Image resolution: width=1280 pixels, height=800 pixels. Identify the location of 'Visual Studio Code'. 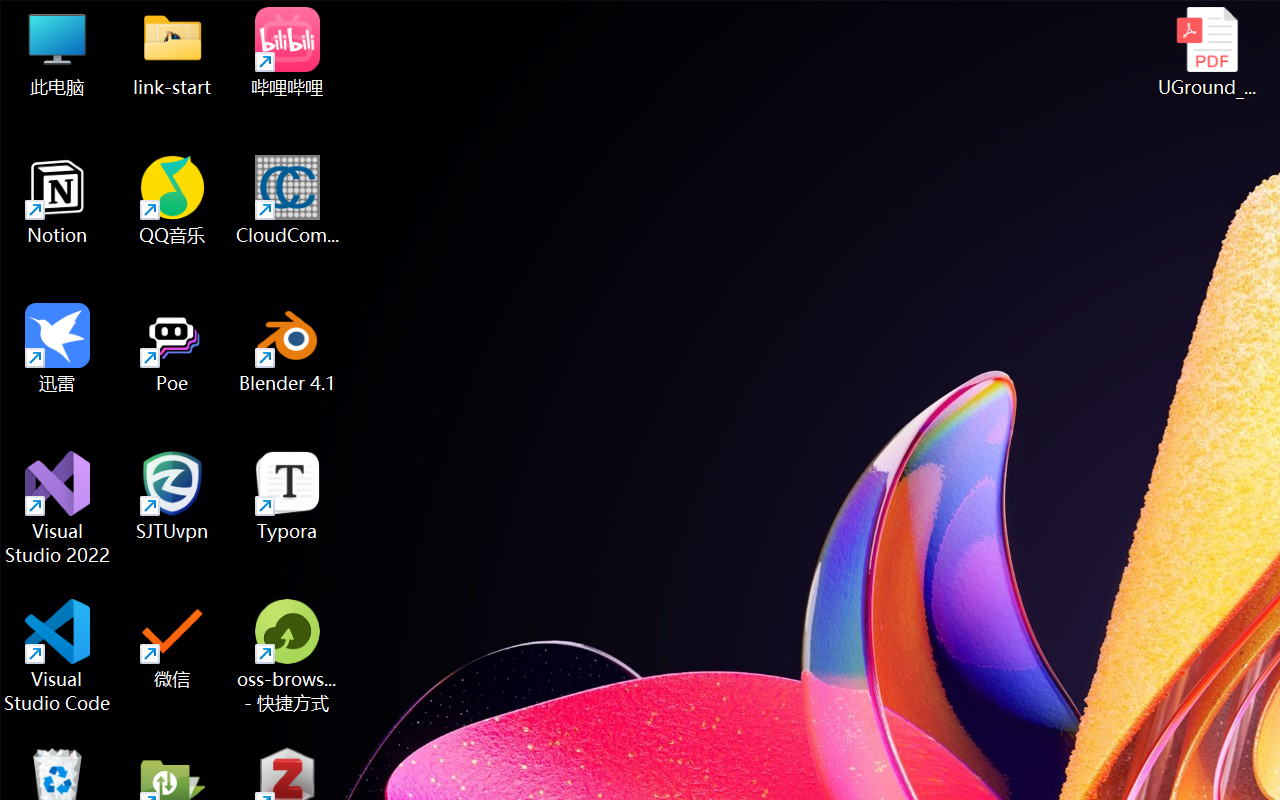
(57, 655).